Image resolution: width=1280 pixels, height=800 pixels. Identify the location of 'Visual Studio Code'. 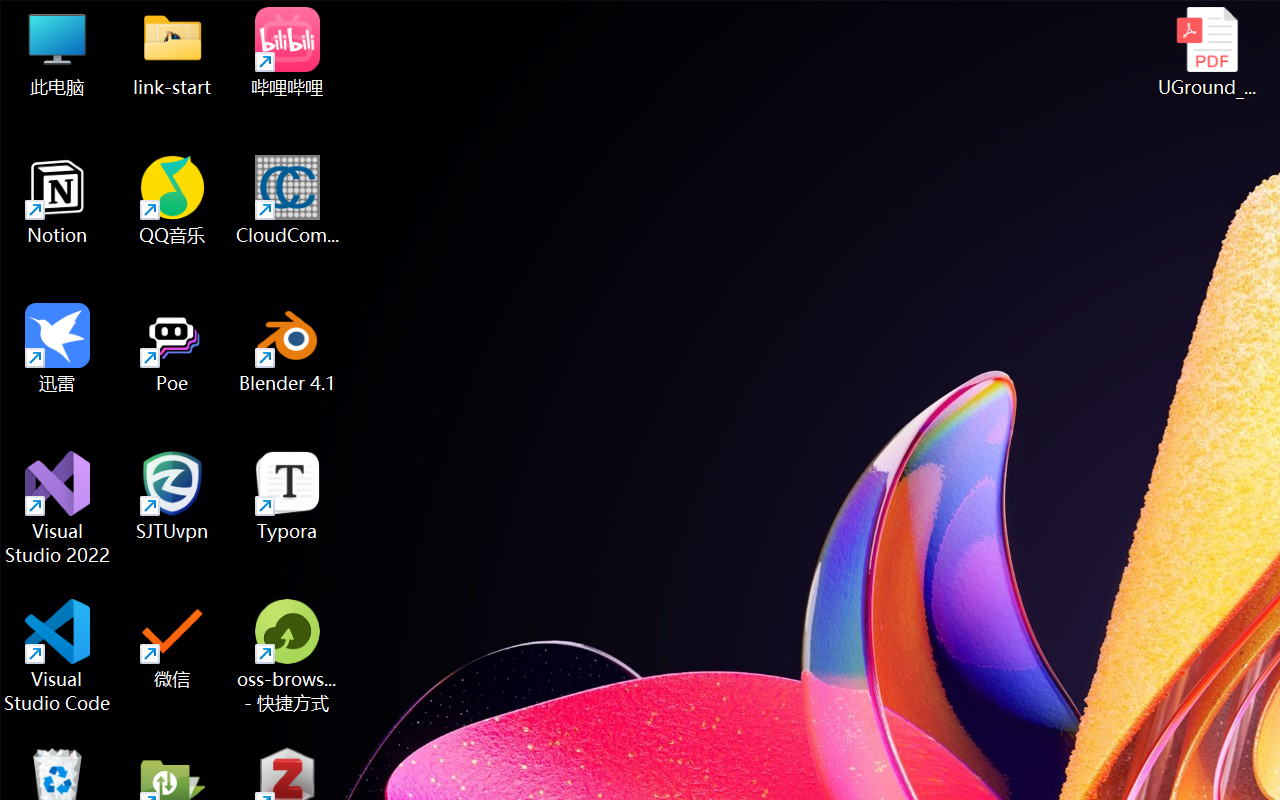
(57, 655).